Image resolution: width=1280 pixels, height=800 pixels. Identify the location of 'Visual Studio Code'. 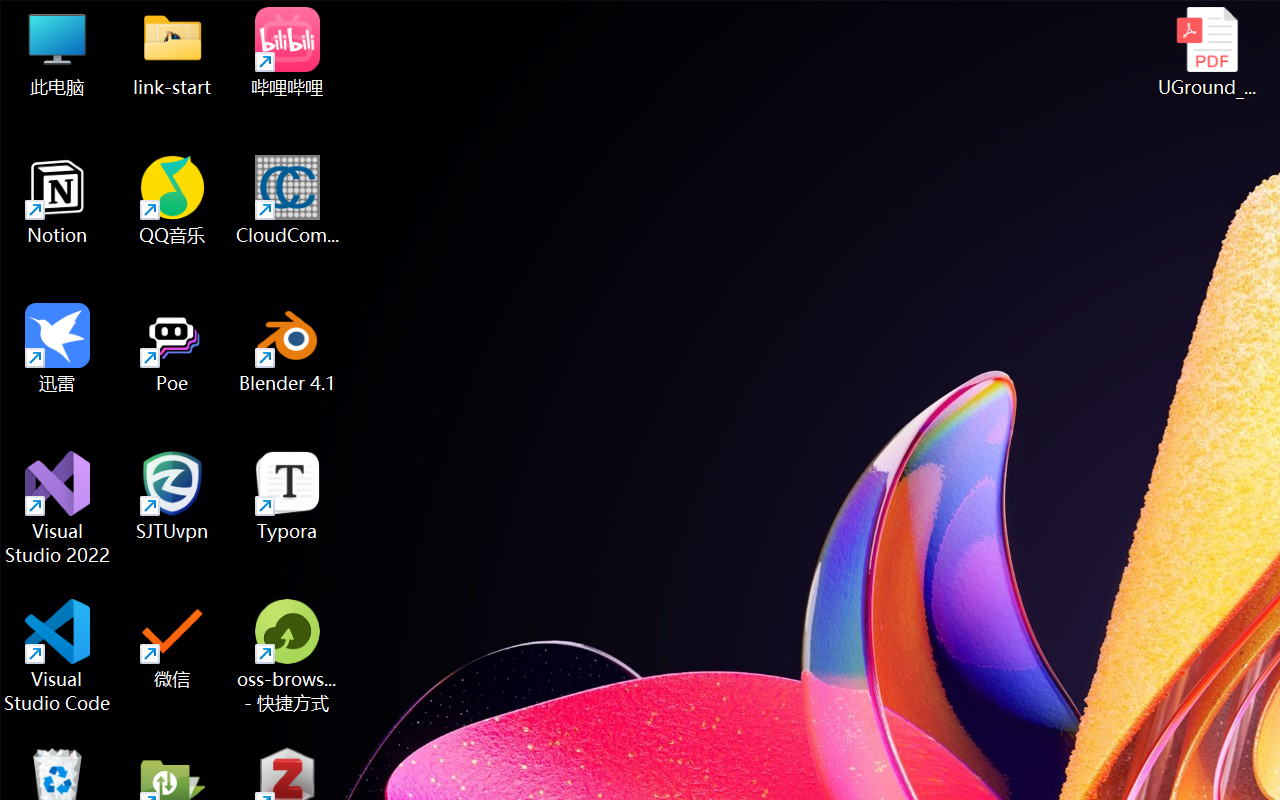
(57, 655).